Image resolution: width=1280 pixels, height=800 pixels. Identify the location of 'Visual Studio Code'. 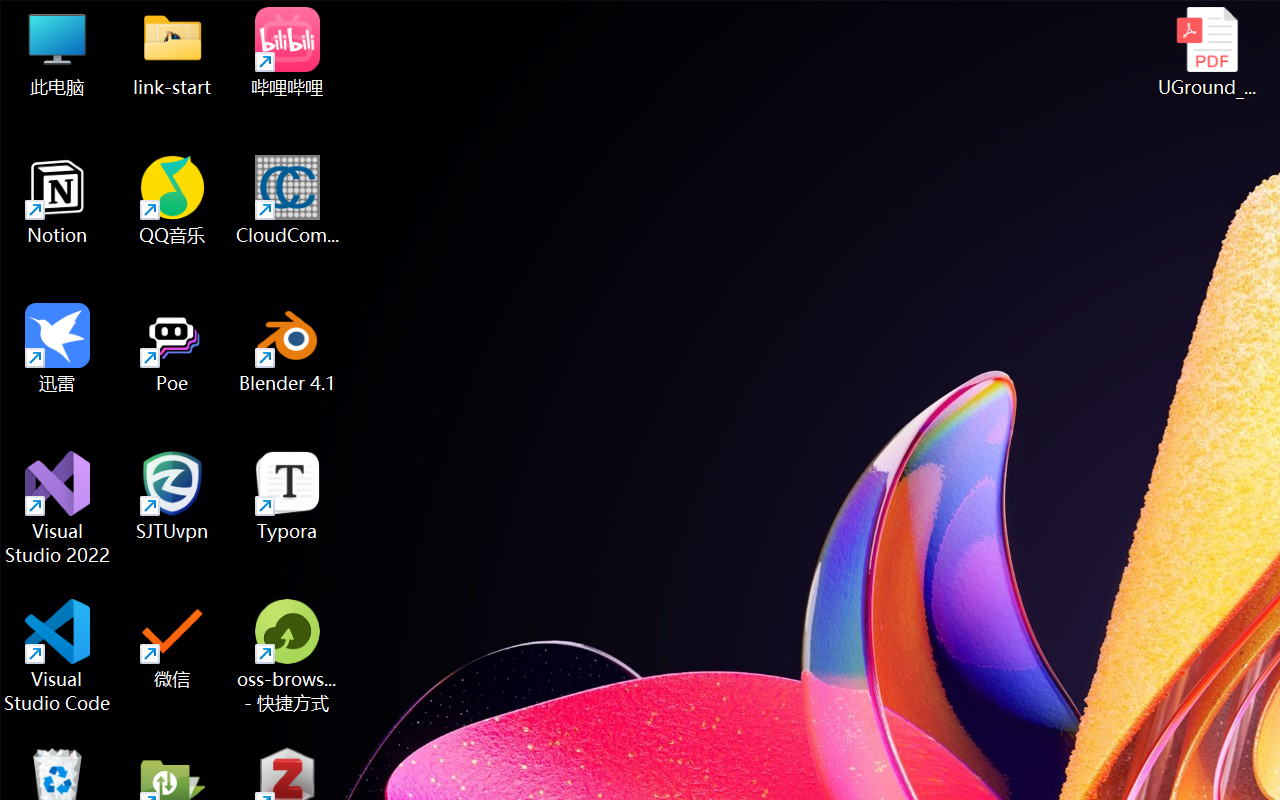
(57, 655).